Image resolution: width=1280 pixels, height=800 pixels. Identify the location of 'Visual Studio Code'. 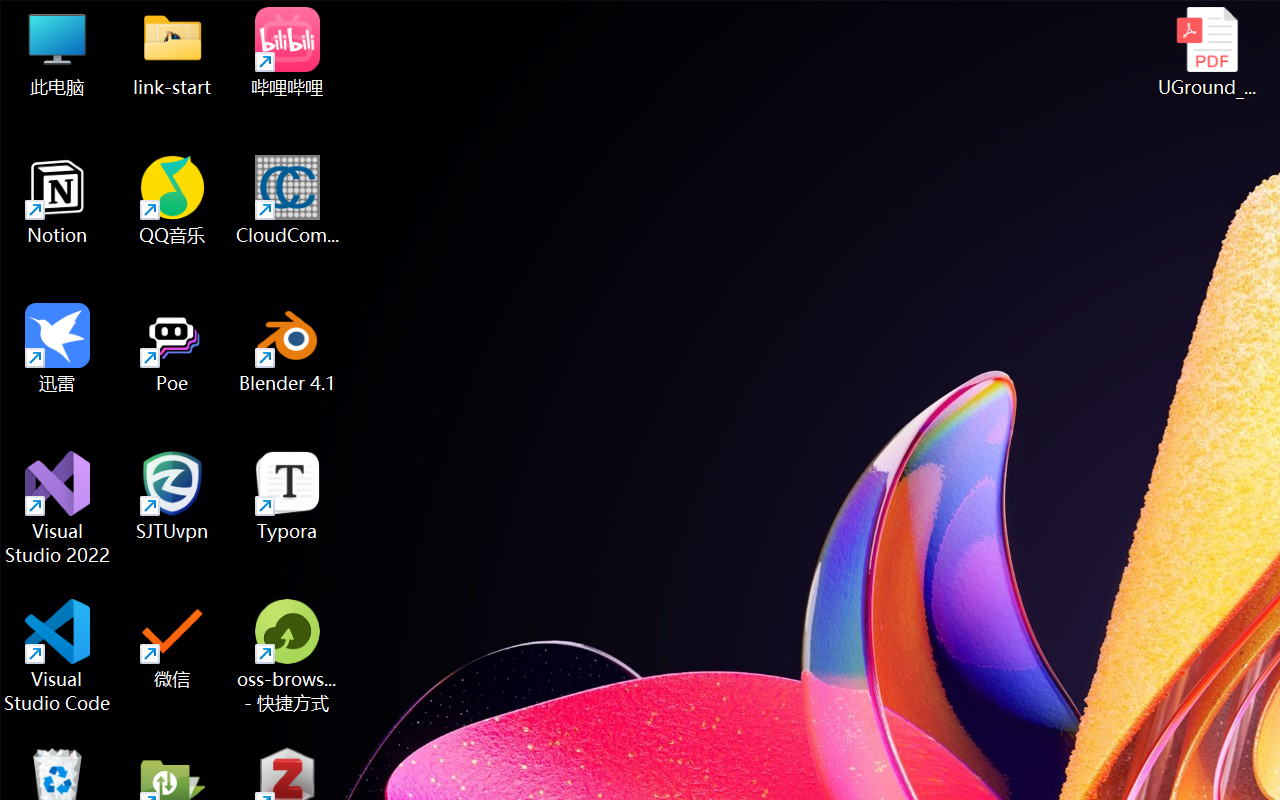
(57, 655).